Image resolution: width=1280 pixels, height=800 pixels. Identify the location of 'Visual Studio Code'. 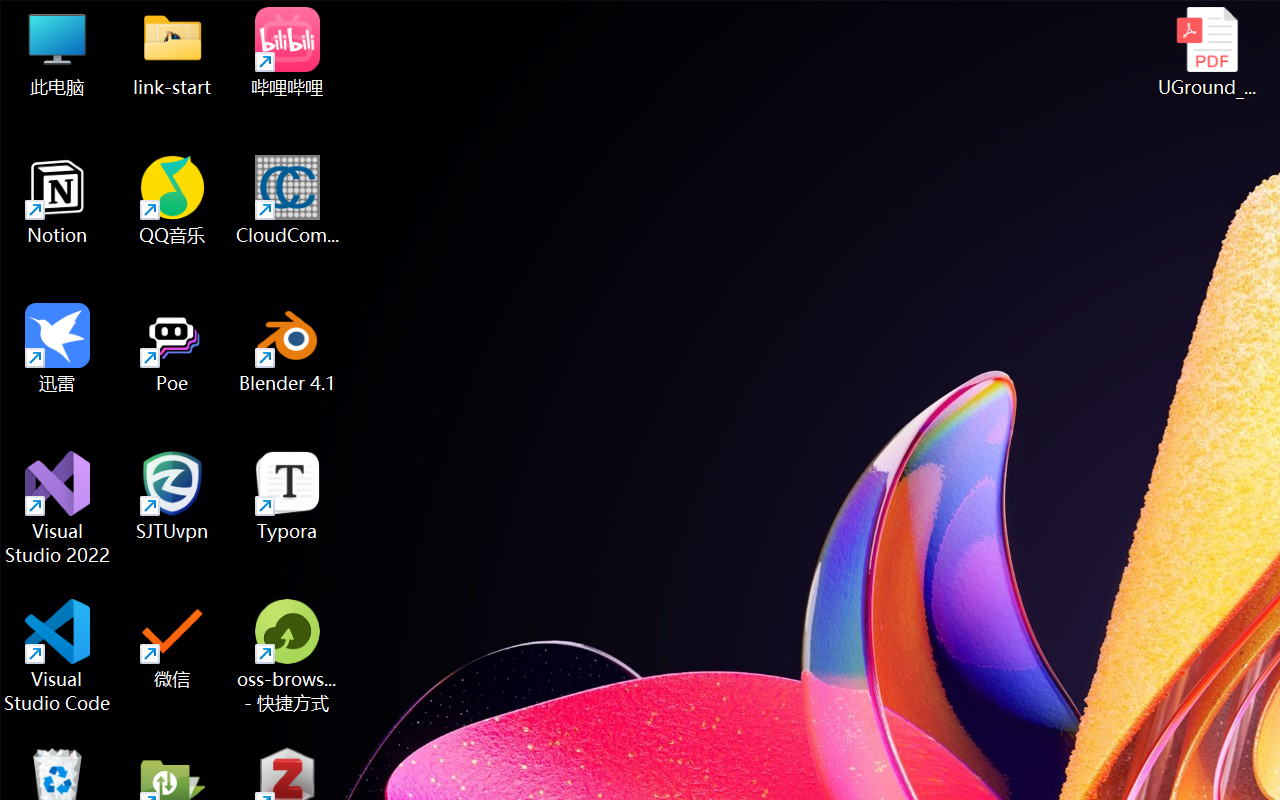
(57, 655).